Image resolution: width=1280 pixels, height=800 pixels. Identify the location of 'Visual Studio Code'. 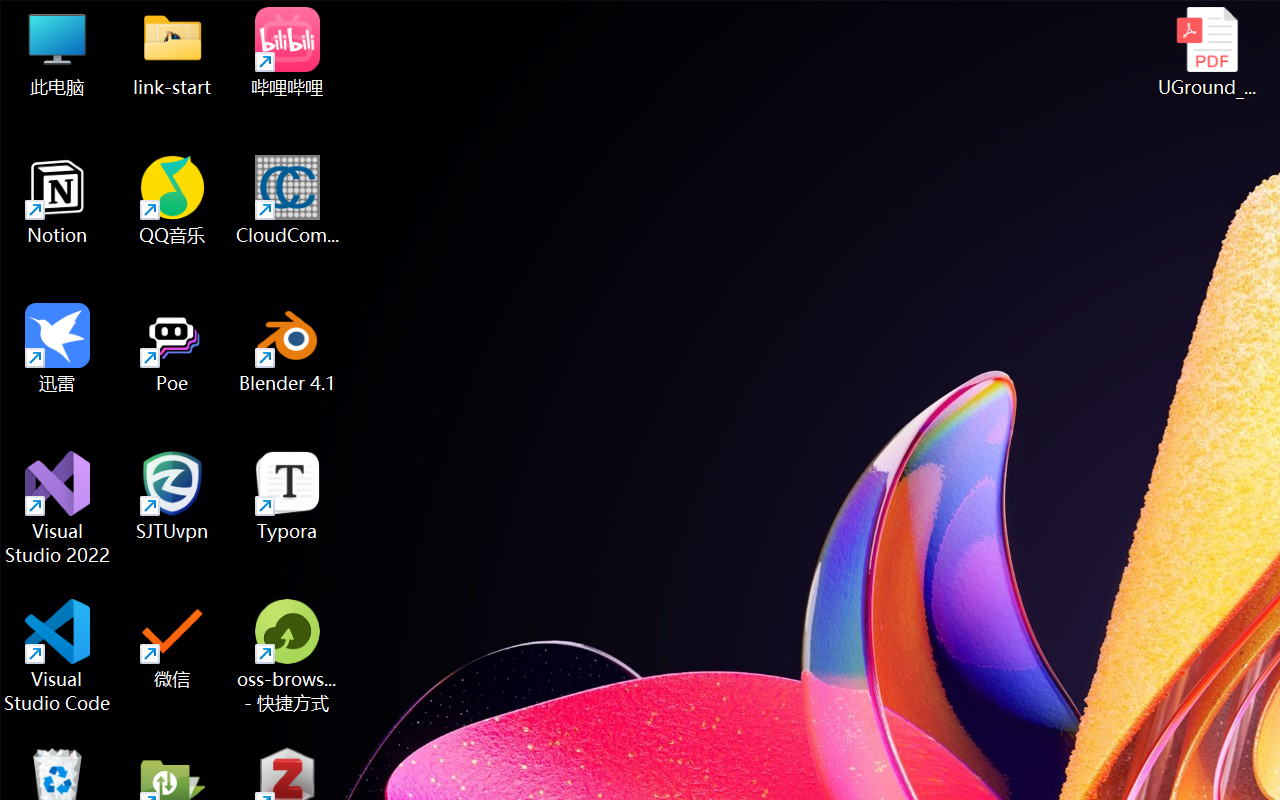
(57, 655).